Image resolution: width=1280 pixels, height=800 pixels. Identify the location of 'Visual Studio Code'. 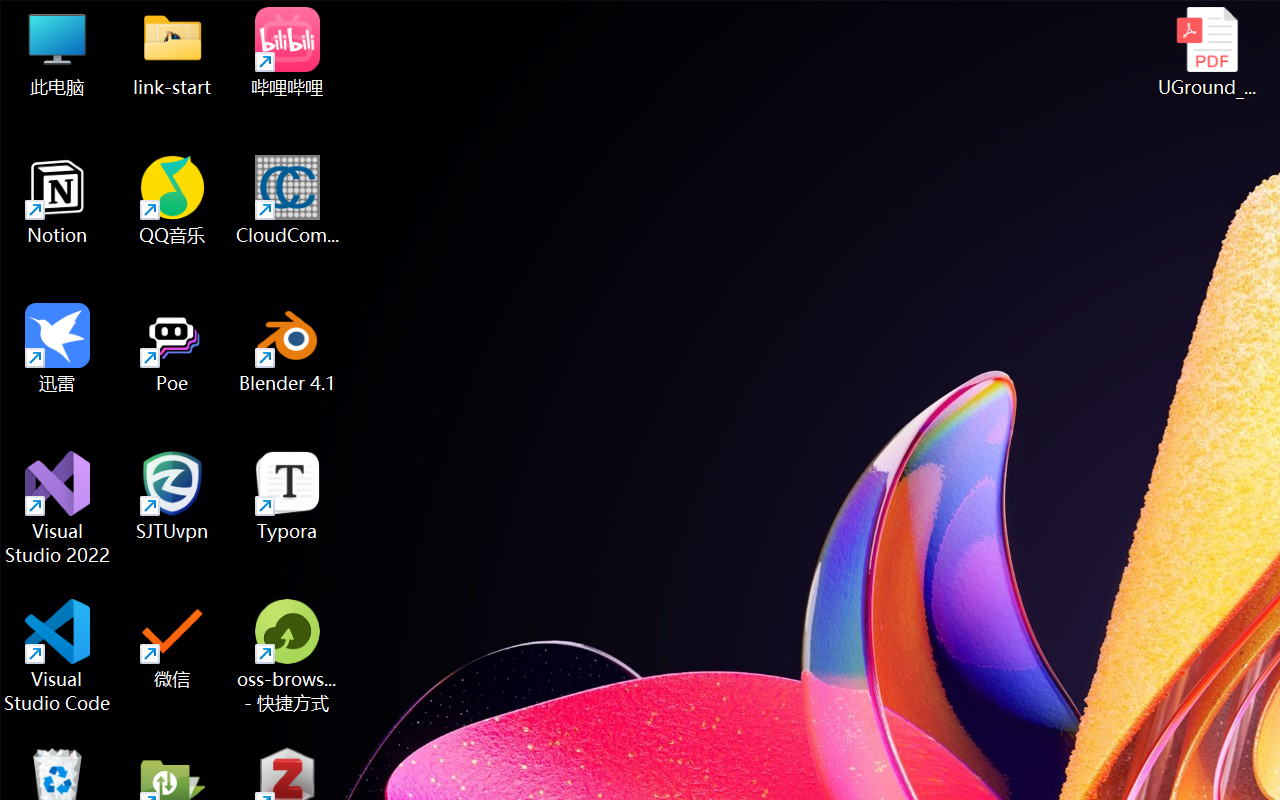
(57, 655).